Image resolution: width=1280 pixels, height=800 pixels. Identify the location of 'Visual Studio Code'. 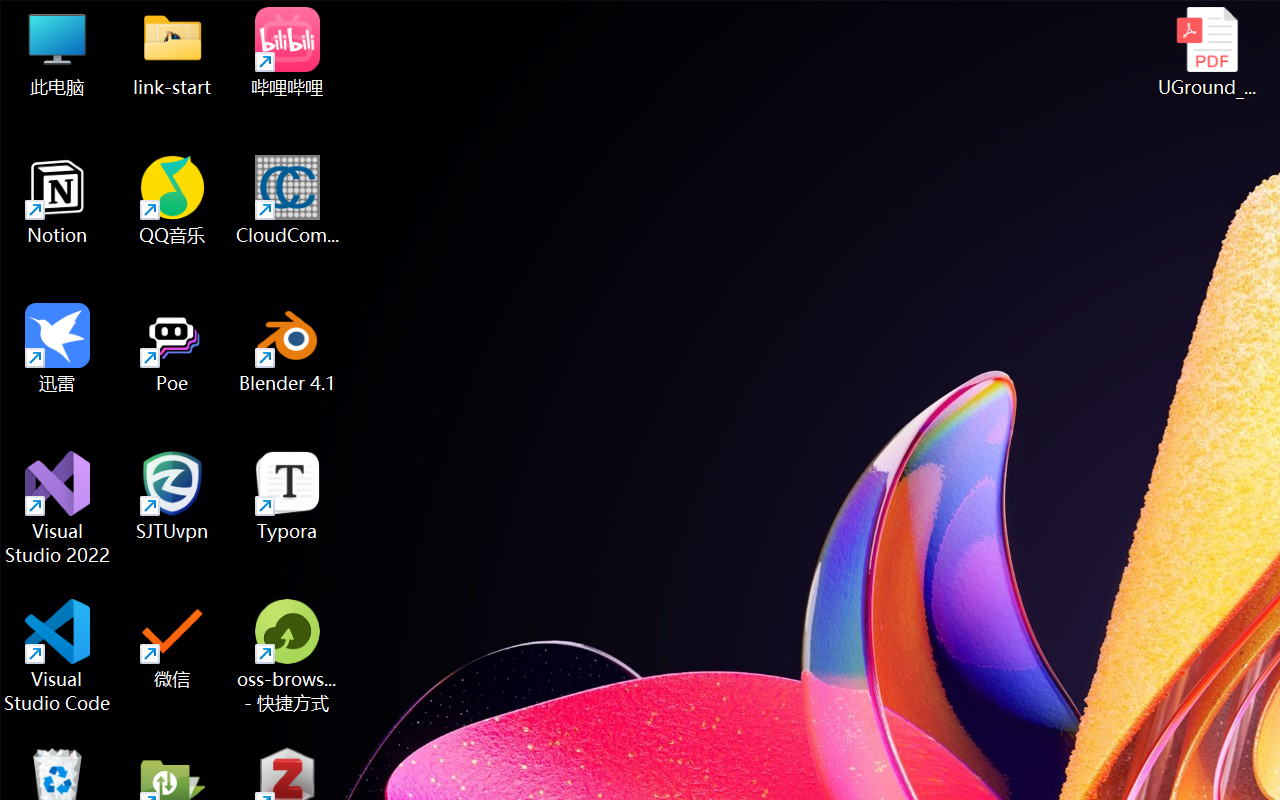
(57, 655).